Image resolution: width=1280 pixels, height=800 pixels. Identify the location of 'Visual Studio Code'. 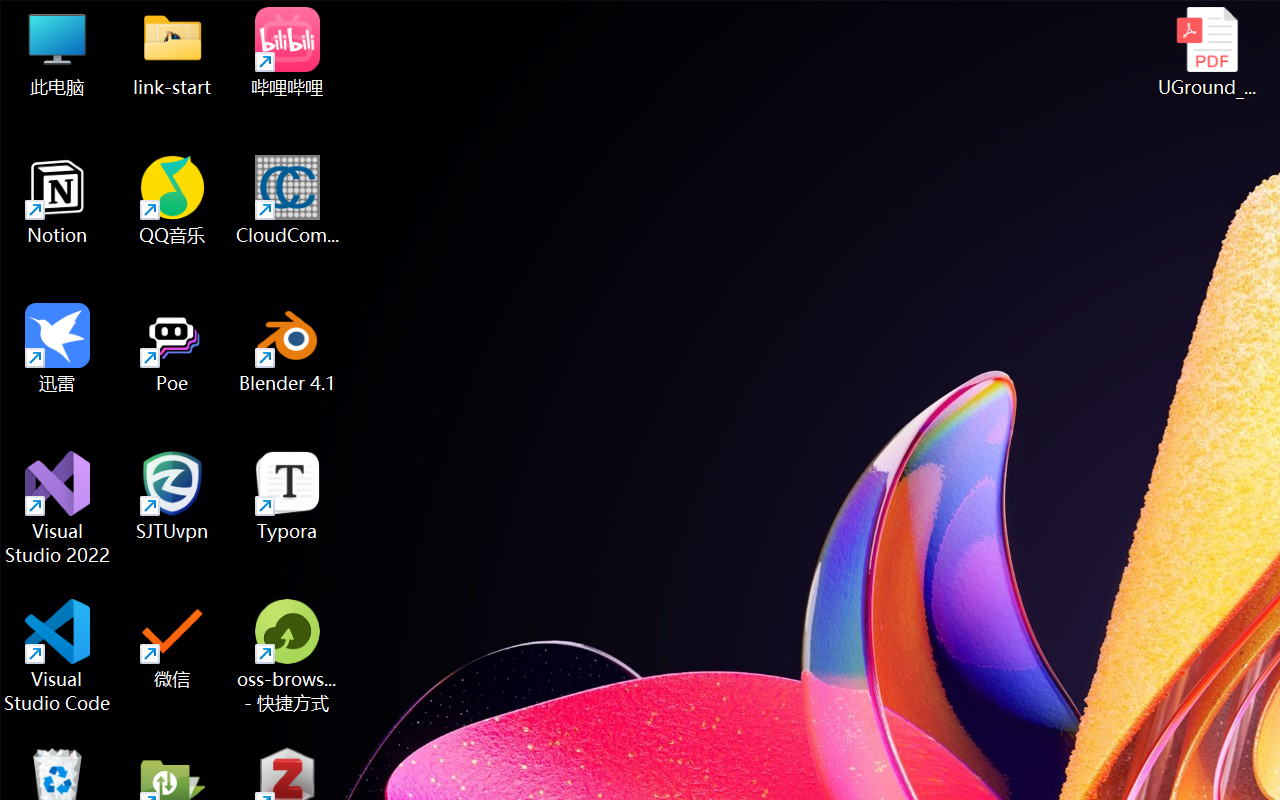
(57, 655).